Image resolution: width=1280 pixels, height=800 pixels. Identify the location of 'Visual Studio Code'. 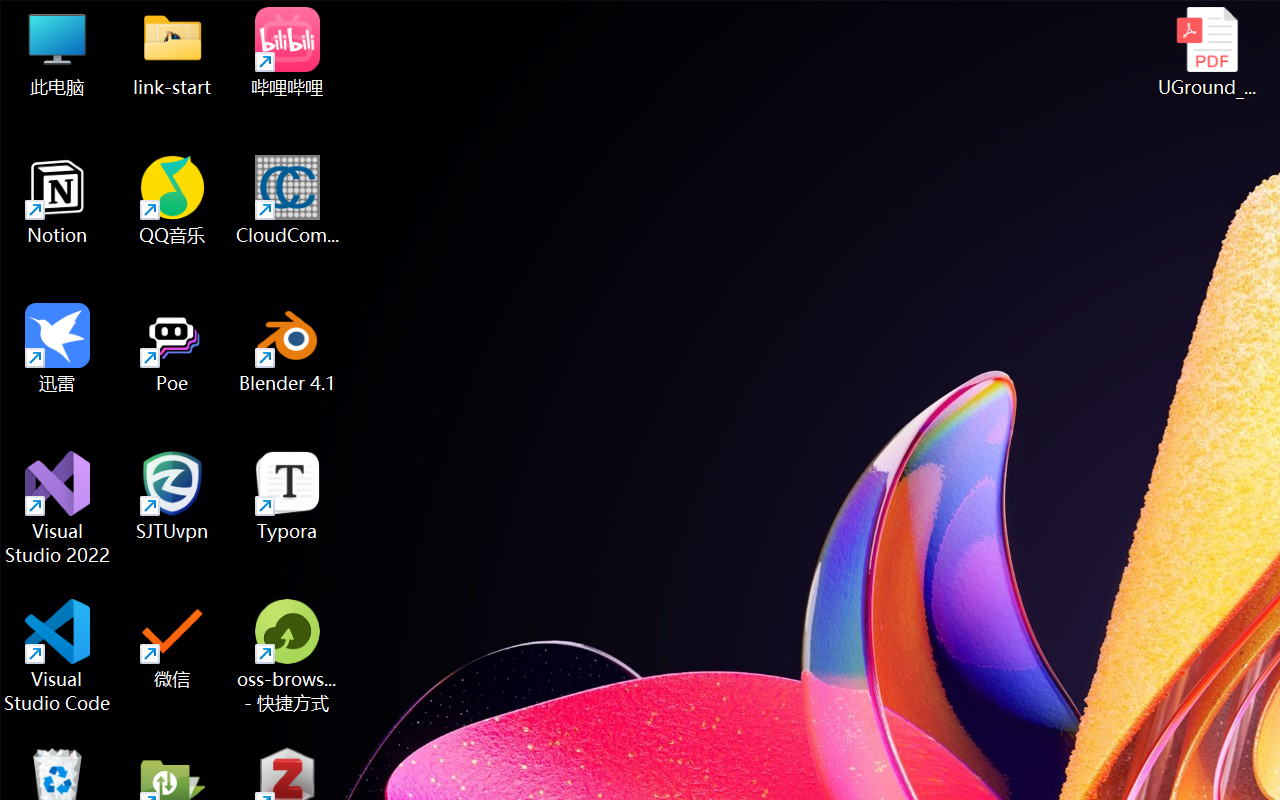
(57, 655).